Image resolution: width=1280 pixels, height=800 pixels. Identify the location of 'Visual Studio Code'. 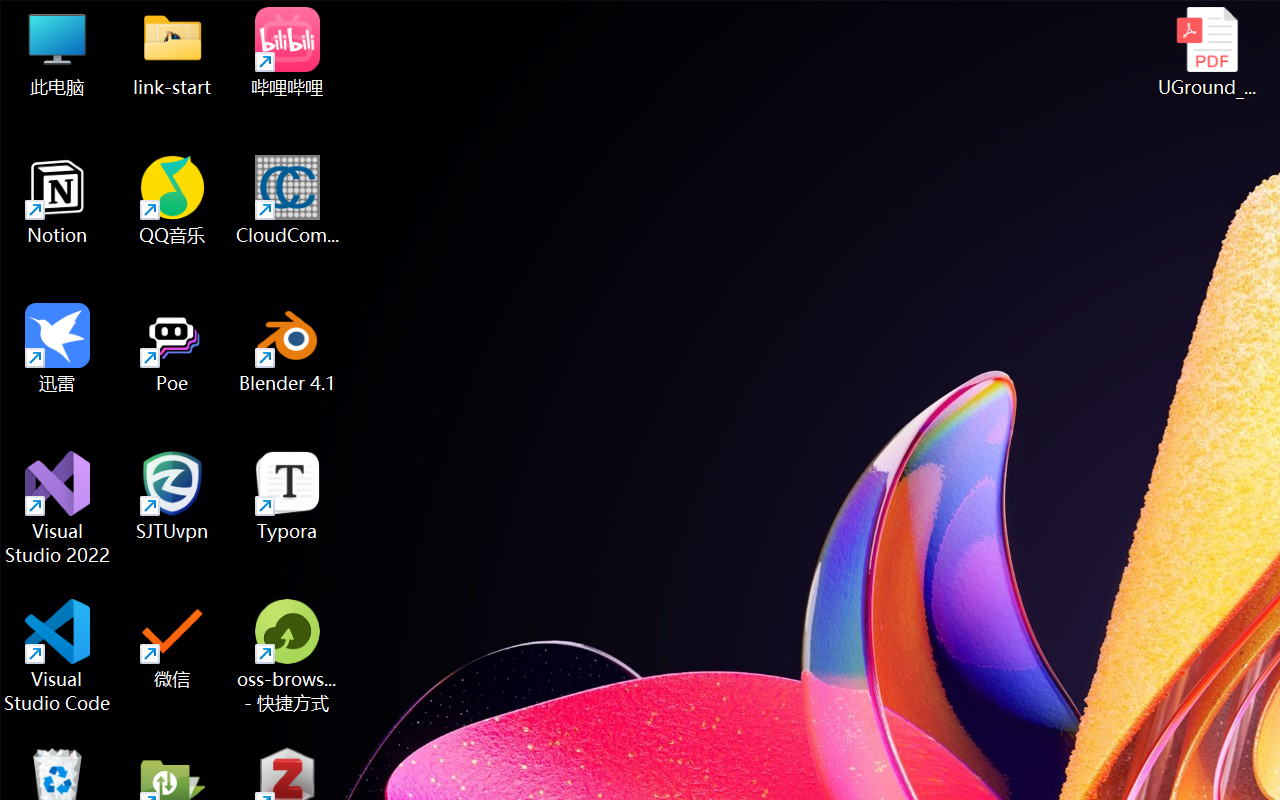
(57, 655).